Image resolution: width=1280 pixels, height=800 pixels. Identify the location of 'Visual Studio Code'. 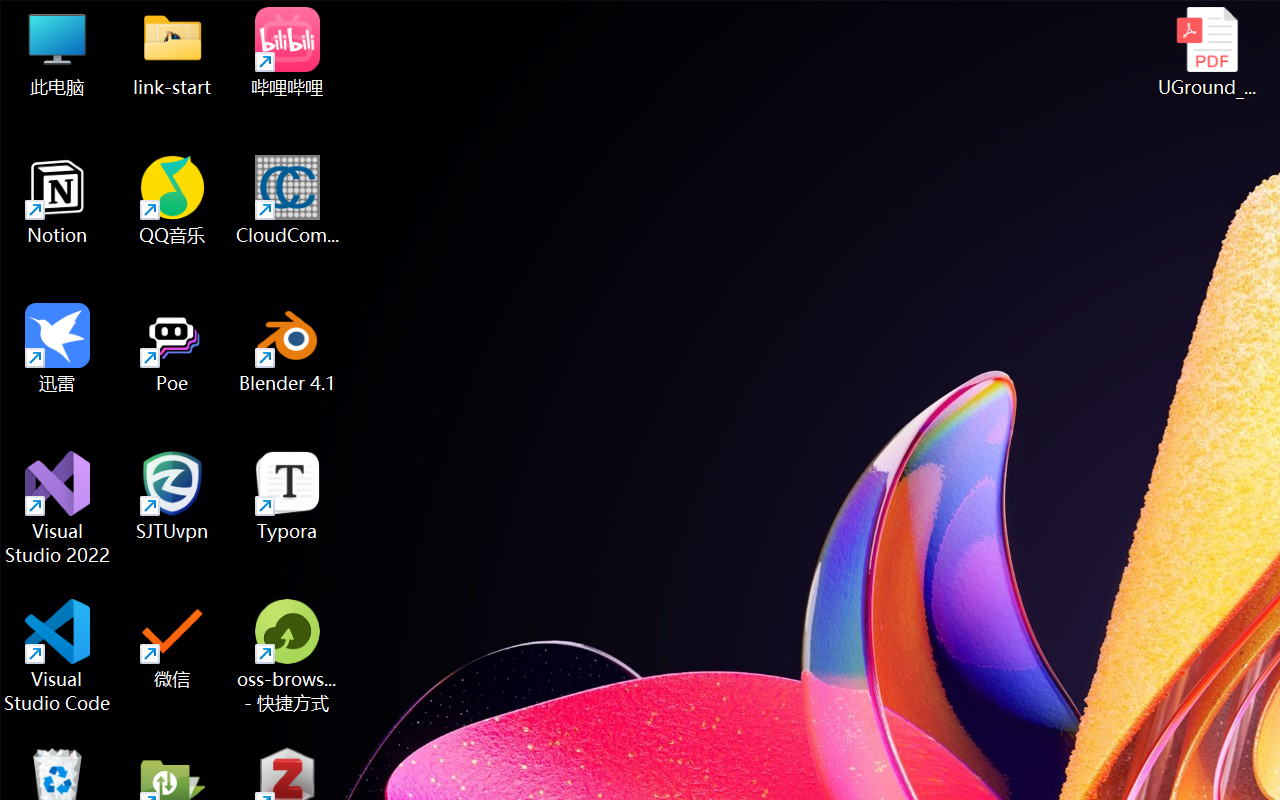
(57, 655).